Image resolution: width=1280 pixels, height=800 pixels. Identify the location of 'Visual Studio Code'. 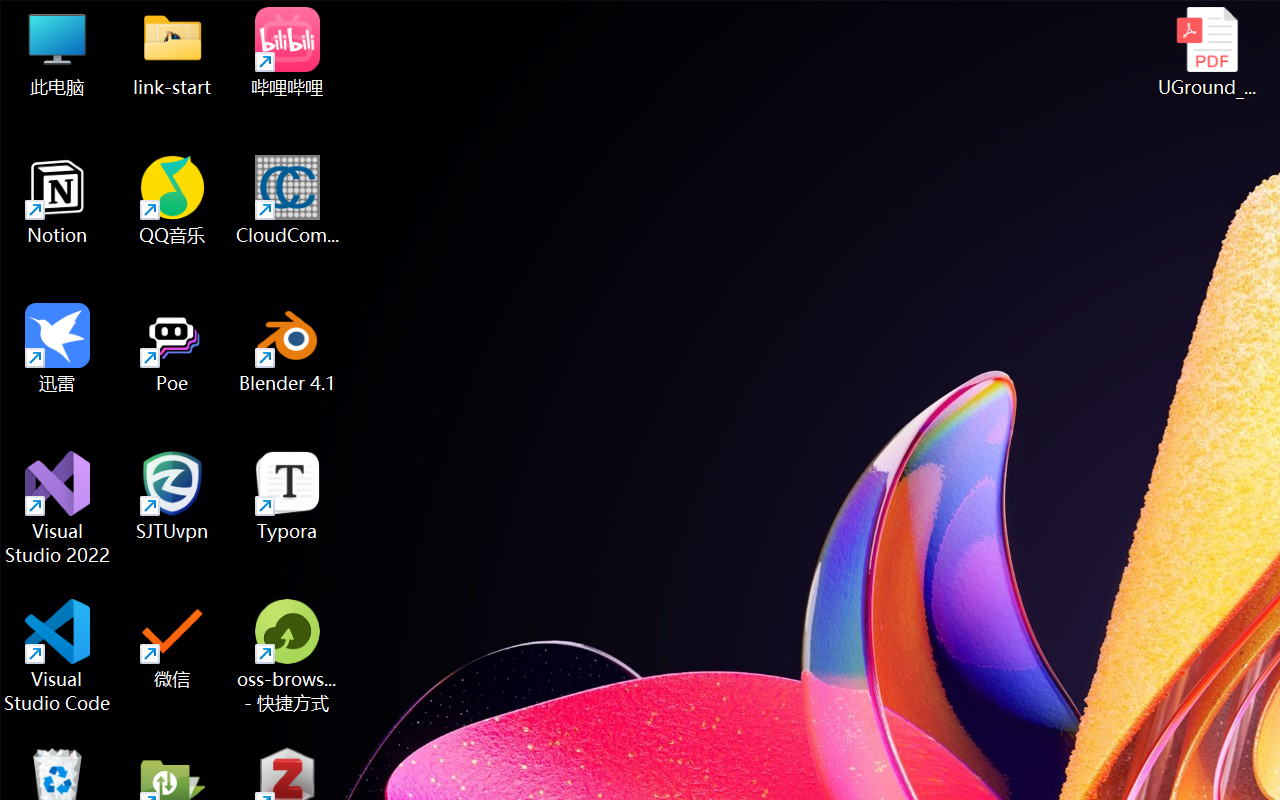
(57, 655).